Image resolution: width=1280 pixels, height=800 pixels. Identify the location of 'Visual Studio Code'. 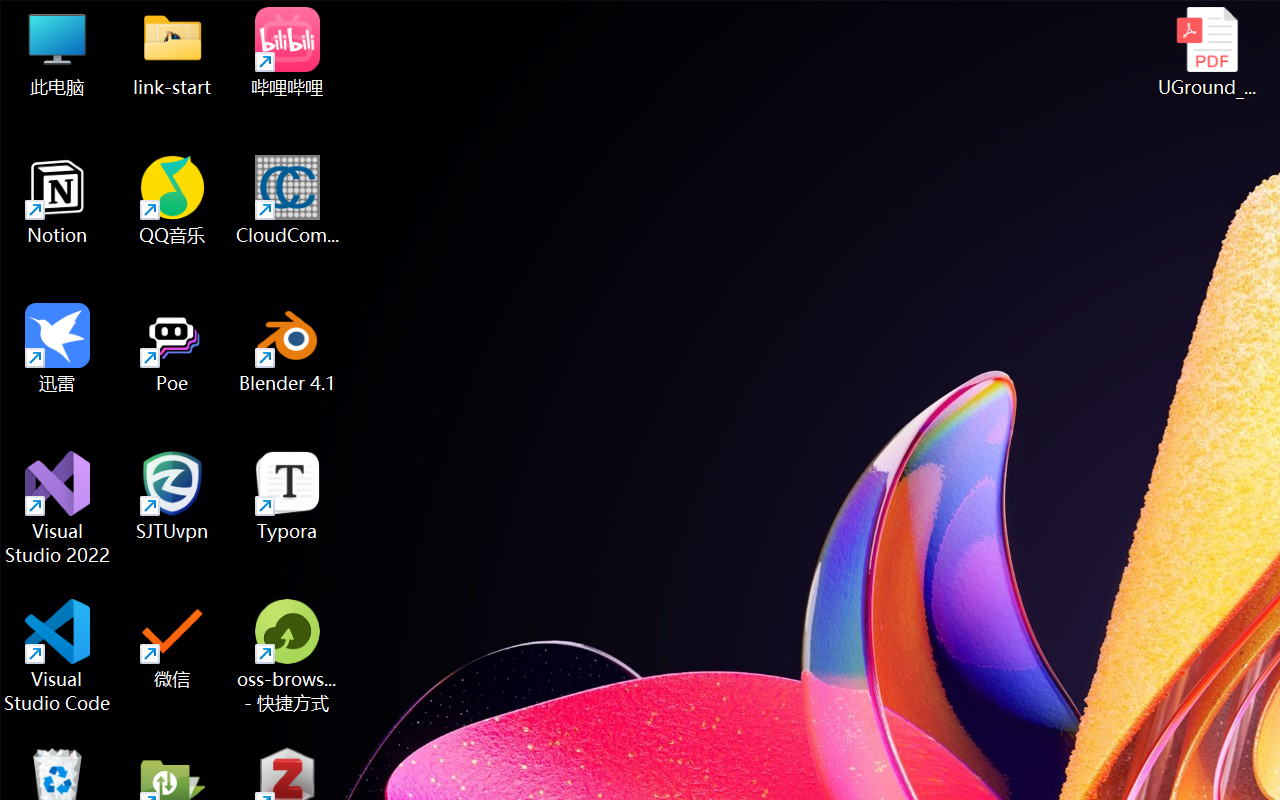
(57, 655).